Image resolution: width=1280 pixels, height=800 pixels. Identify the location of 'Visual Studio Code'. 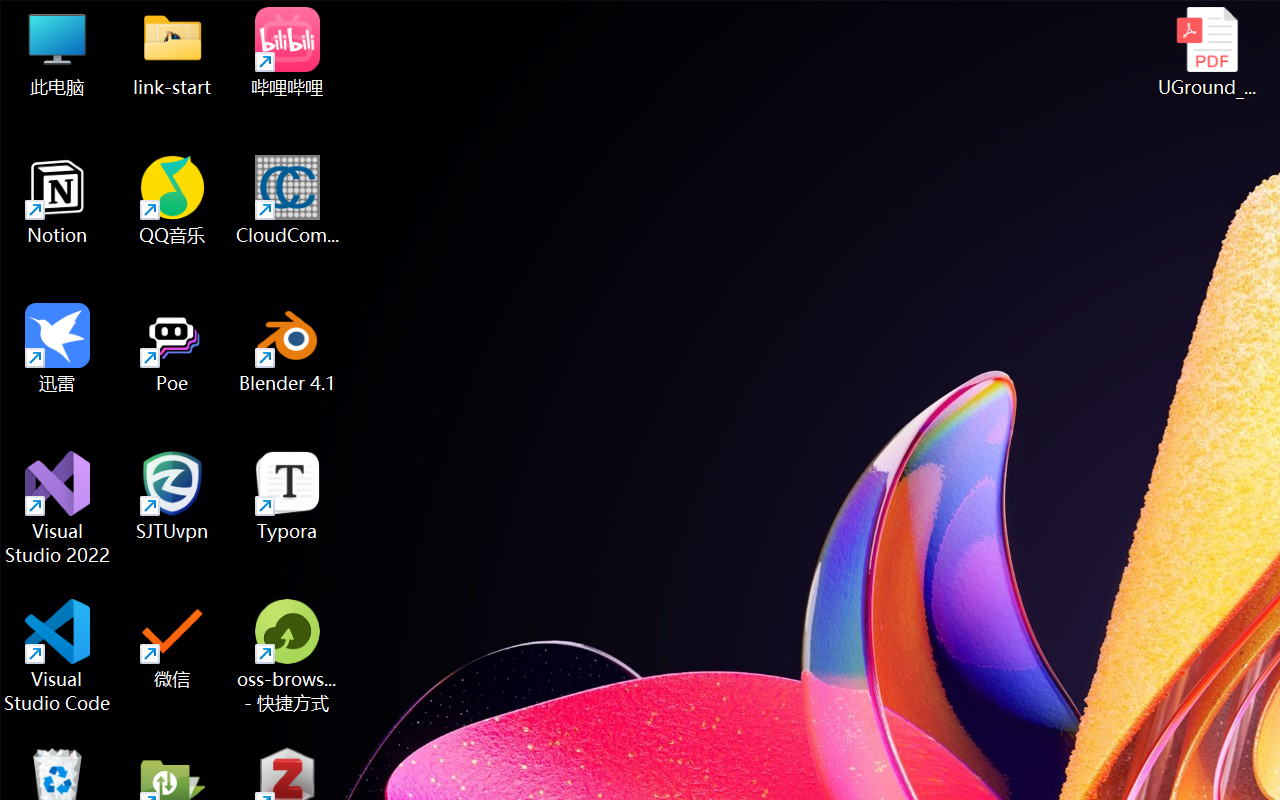
(57, 655).